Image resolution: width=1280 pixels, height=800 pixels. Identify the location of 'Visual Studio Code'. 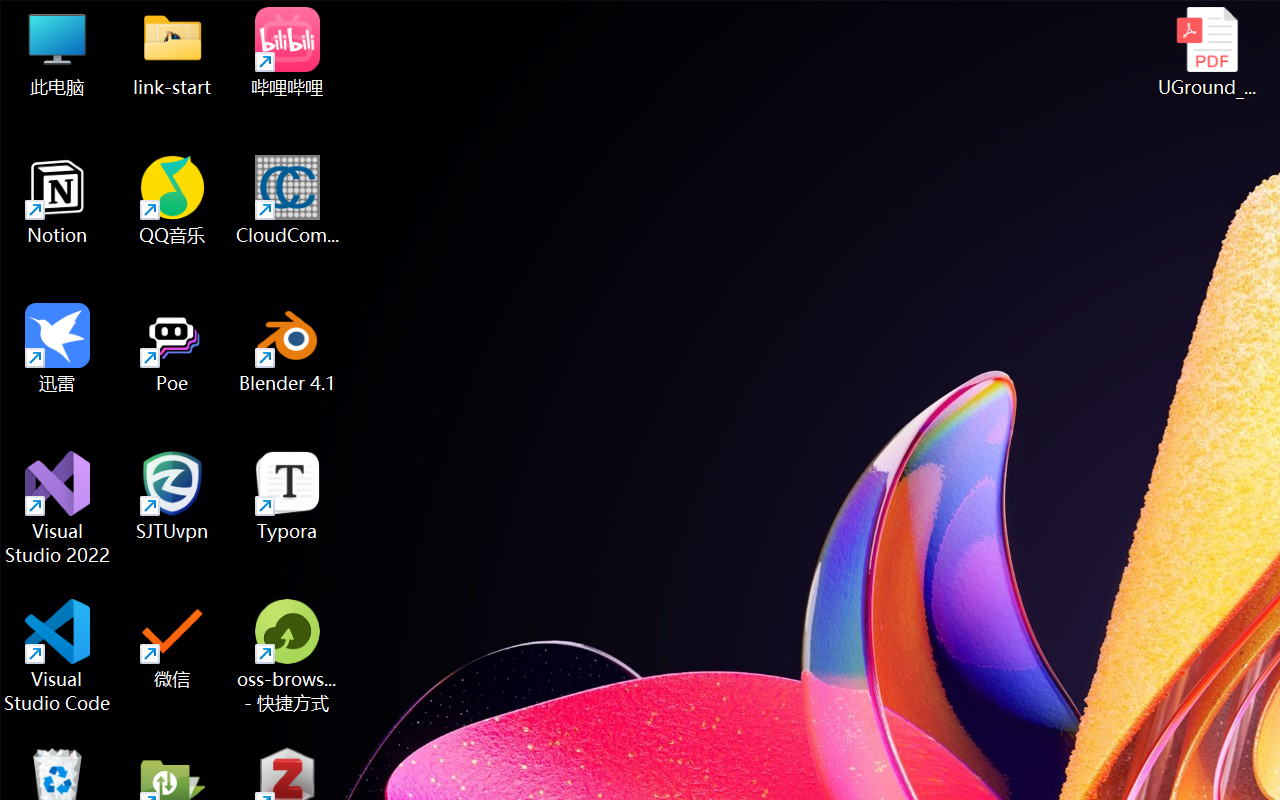
(57, 655).